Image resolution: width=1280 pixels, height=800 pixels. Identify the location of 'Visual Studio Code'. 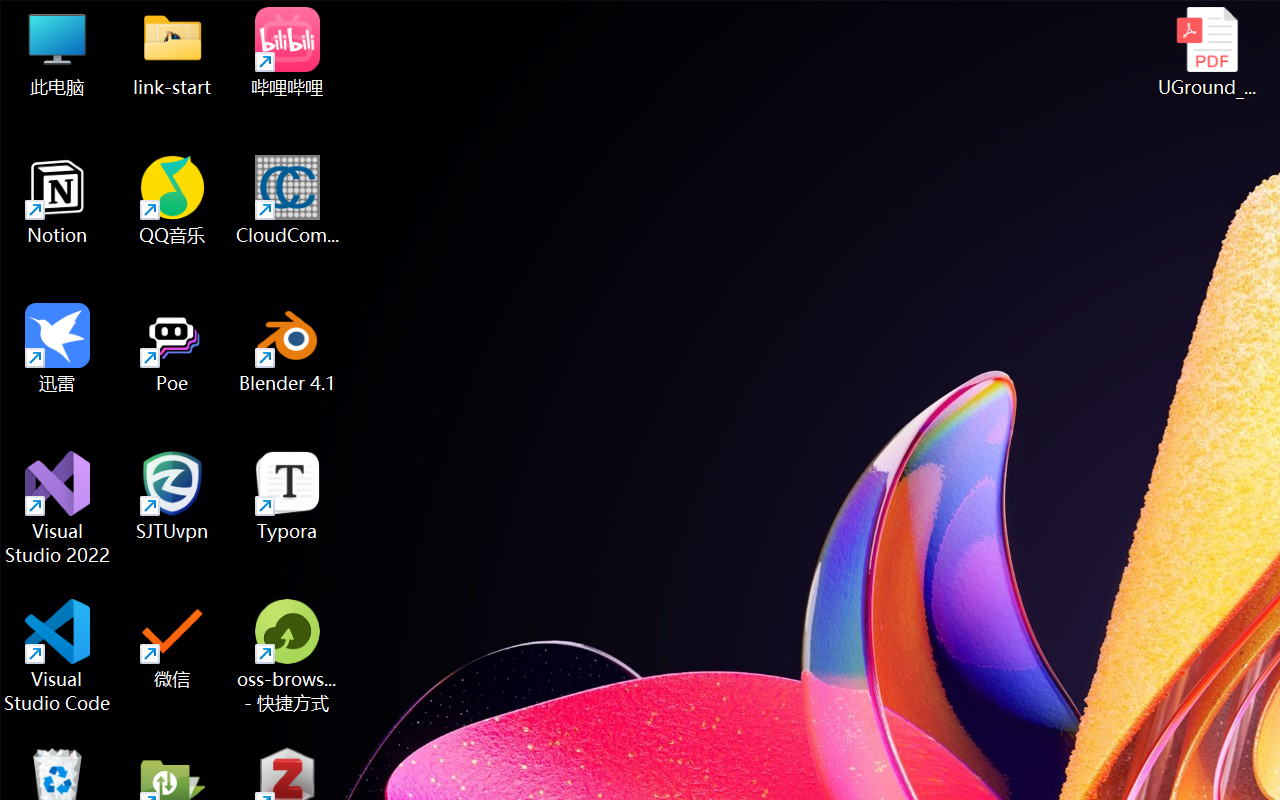
(57, 655).